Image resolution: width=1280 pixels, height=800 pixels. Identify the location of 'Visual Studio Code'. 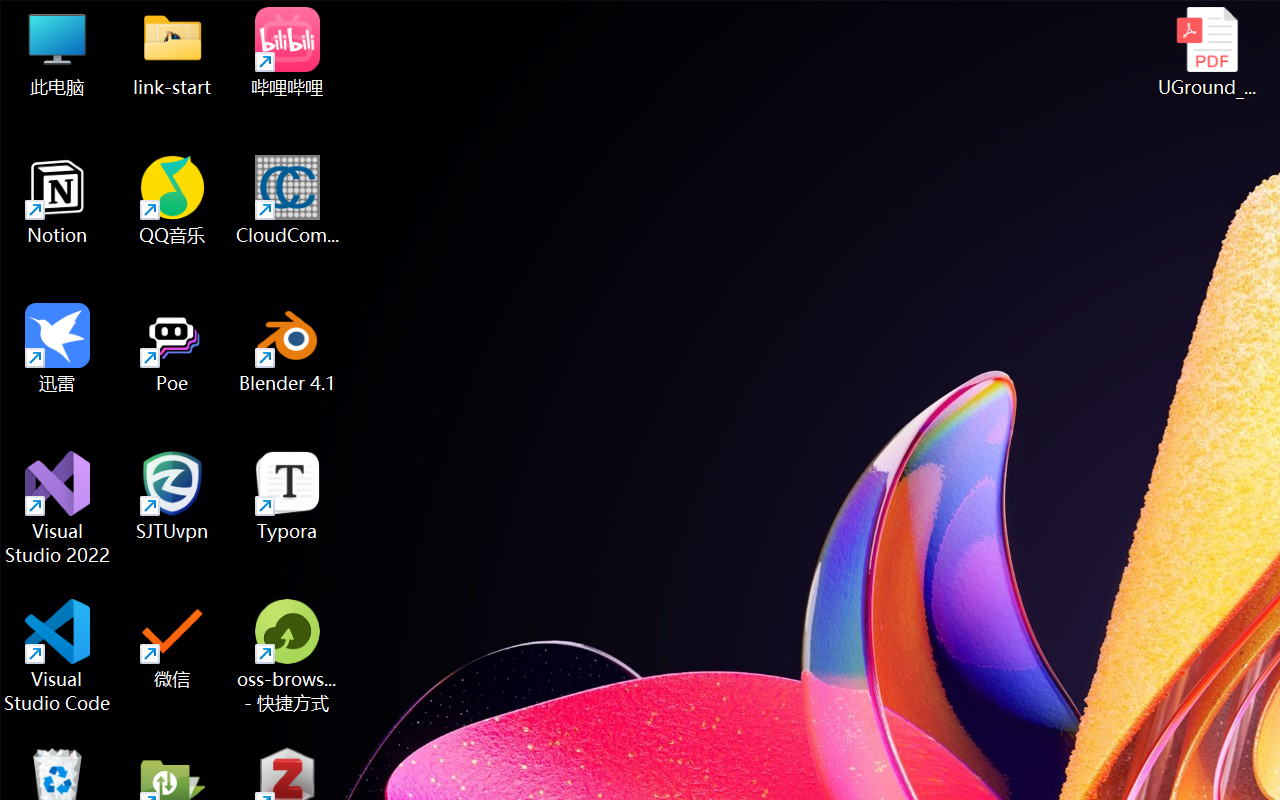
(57, 655).